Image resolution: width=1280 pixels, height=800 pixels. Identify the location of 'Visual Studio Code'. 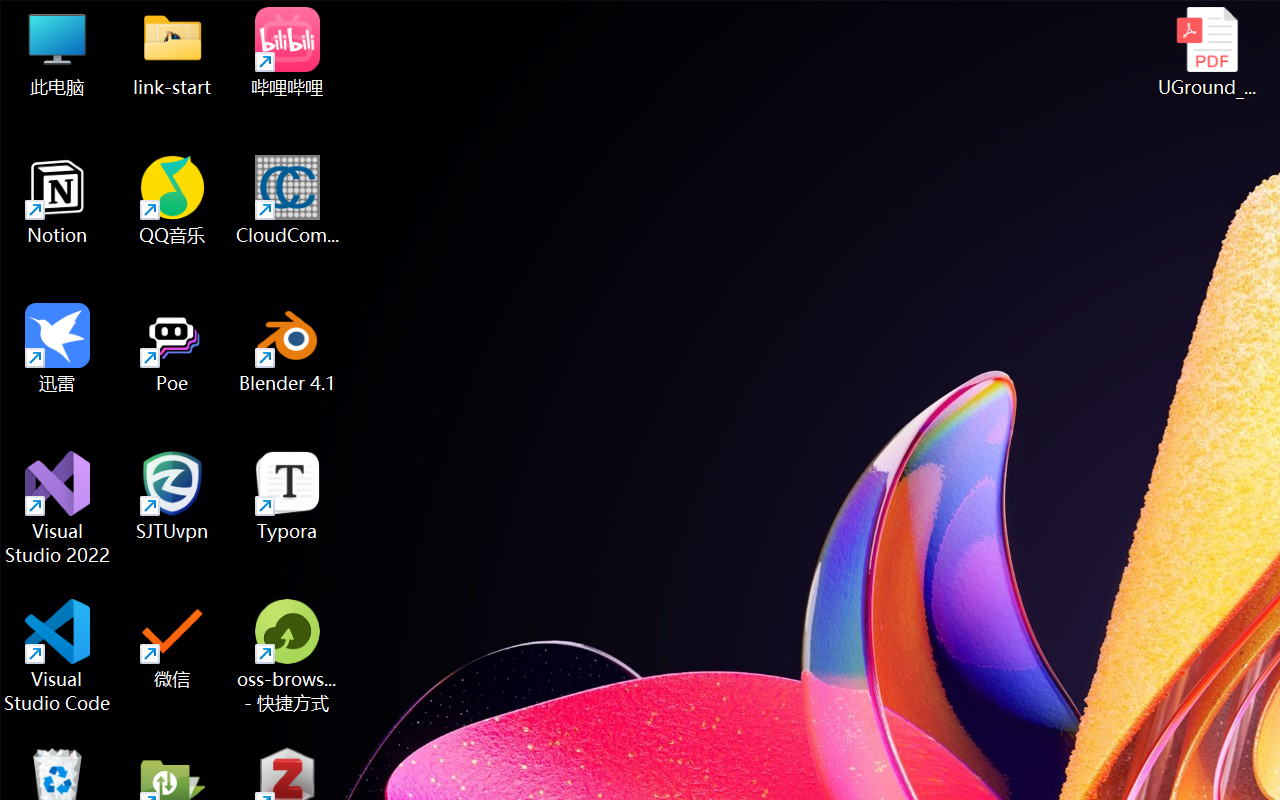
(57, 655).